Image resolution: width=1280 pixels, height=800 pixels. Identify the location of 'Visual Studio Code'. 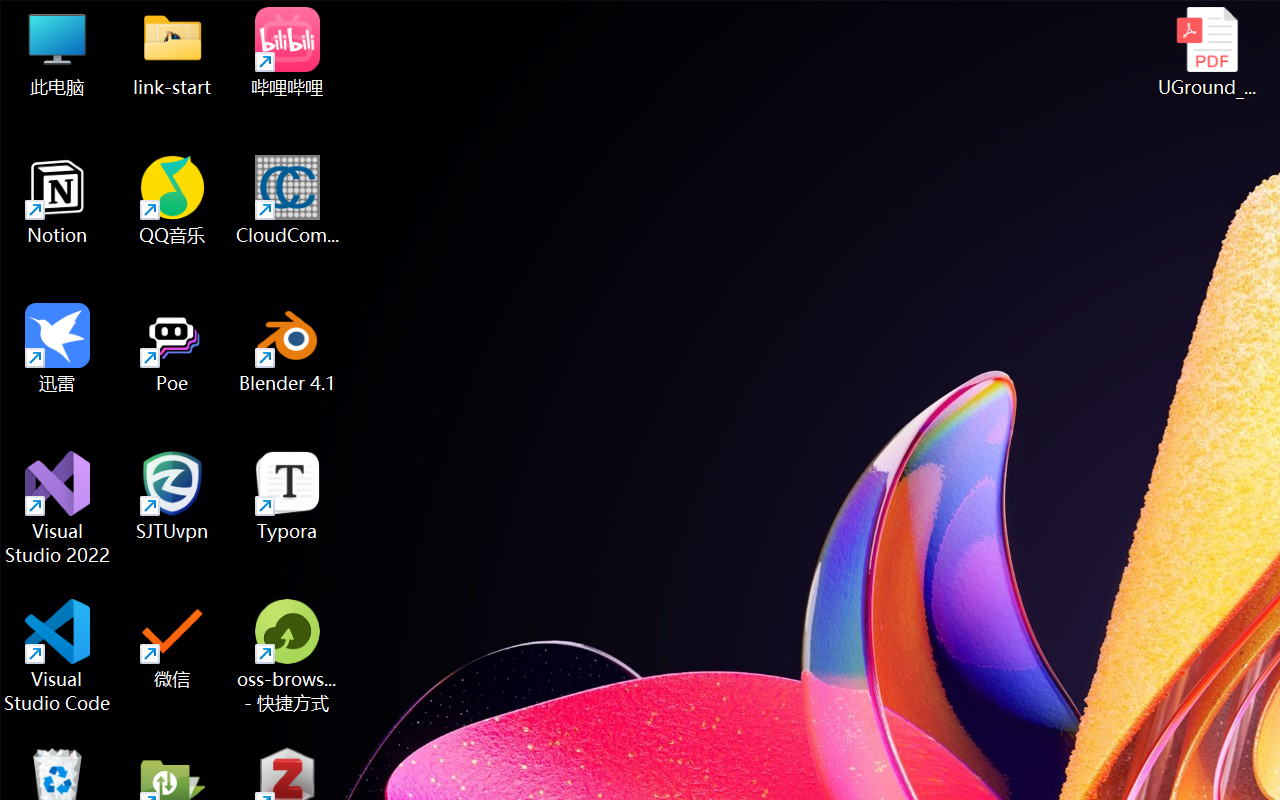
(57, 655).